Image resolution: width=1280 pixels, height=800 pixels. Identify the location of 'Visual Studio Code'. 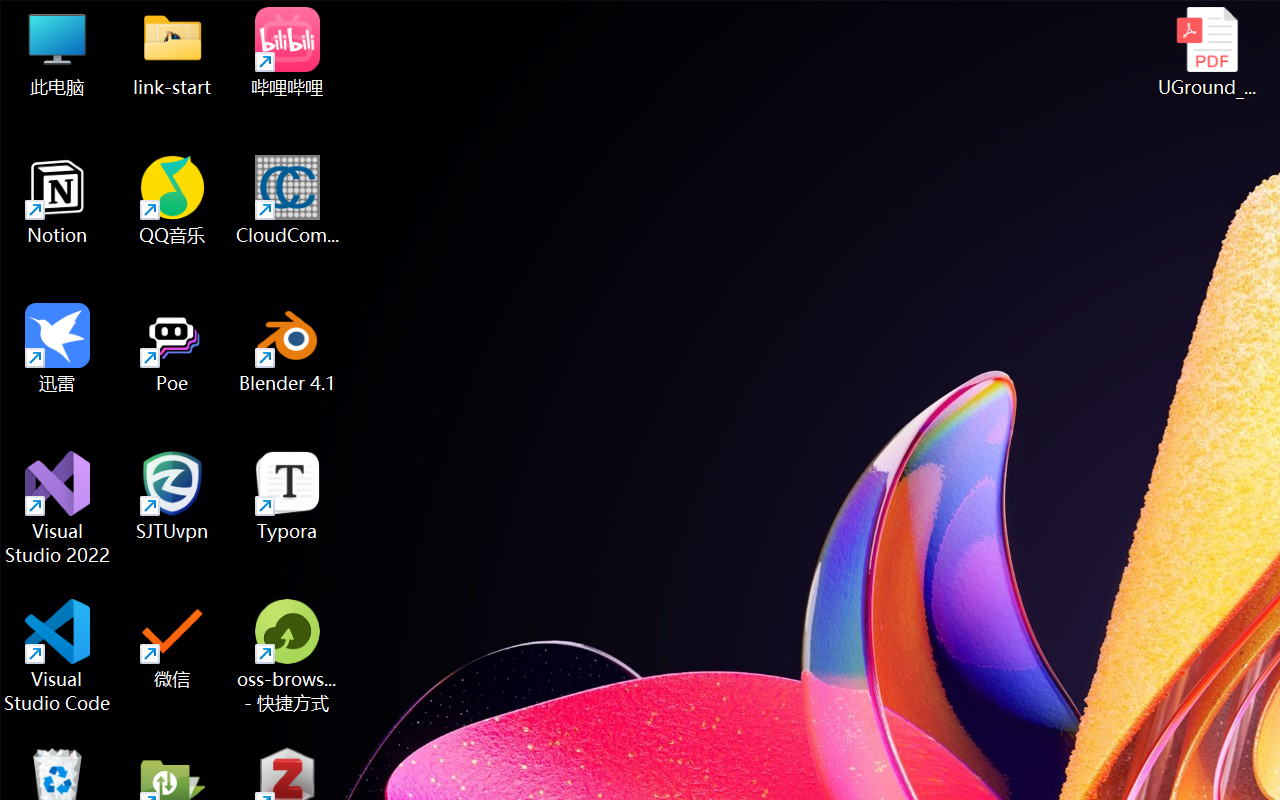
(57, 655).